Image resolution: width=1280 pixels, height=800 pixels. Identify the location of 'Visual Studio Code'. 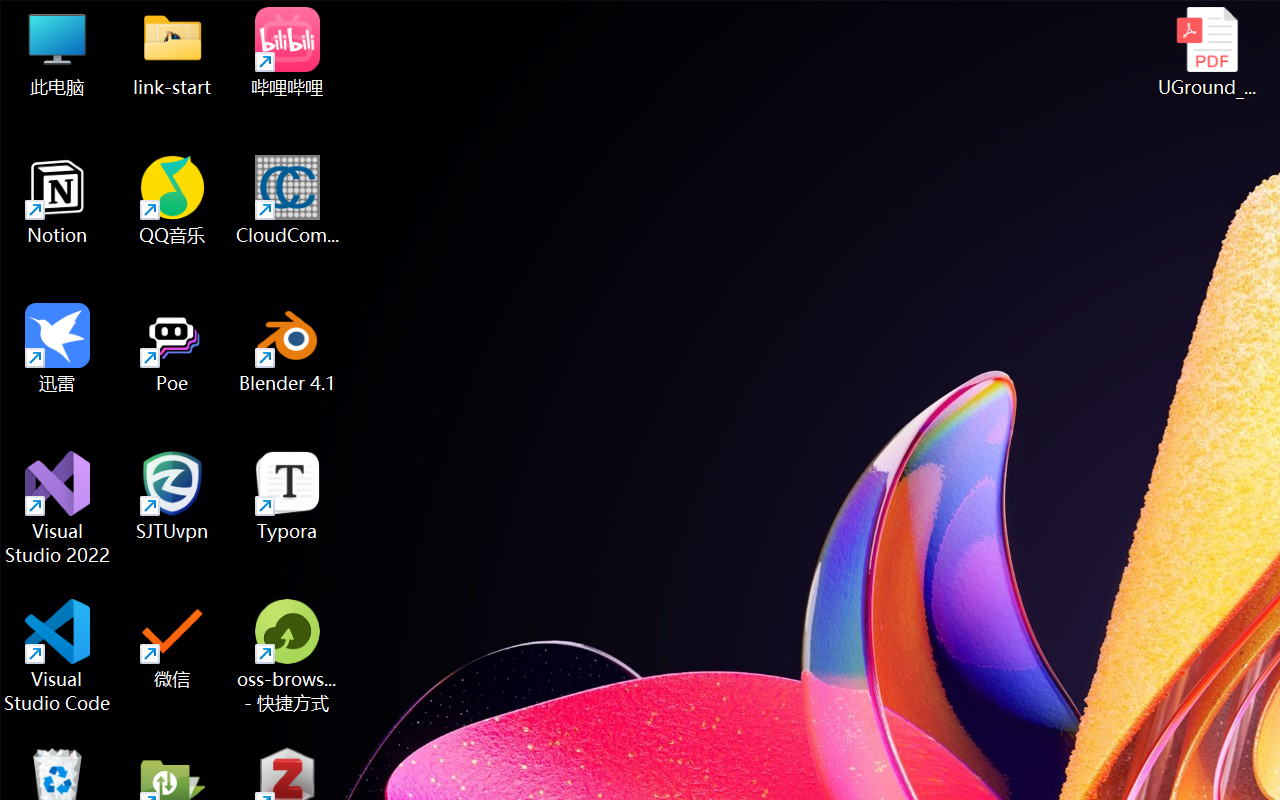
(57, 655).